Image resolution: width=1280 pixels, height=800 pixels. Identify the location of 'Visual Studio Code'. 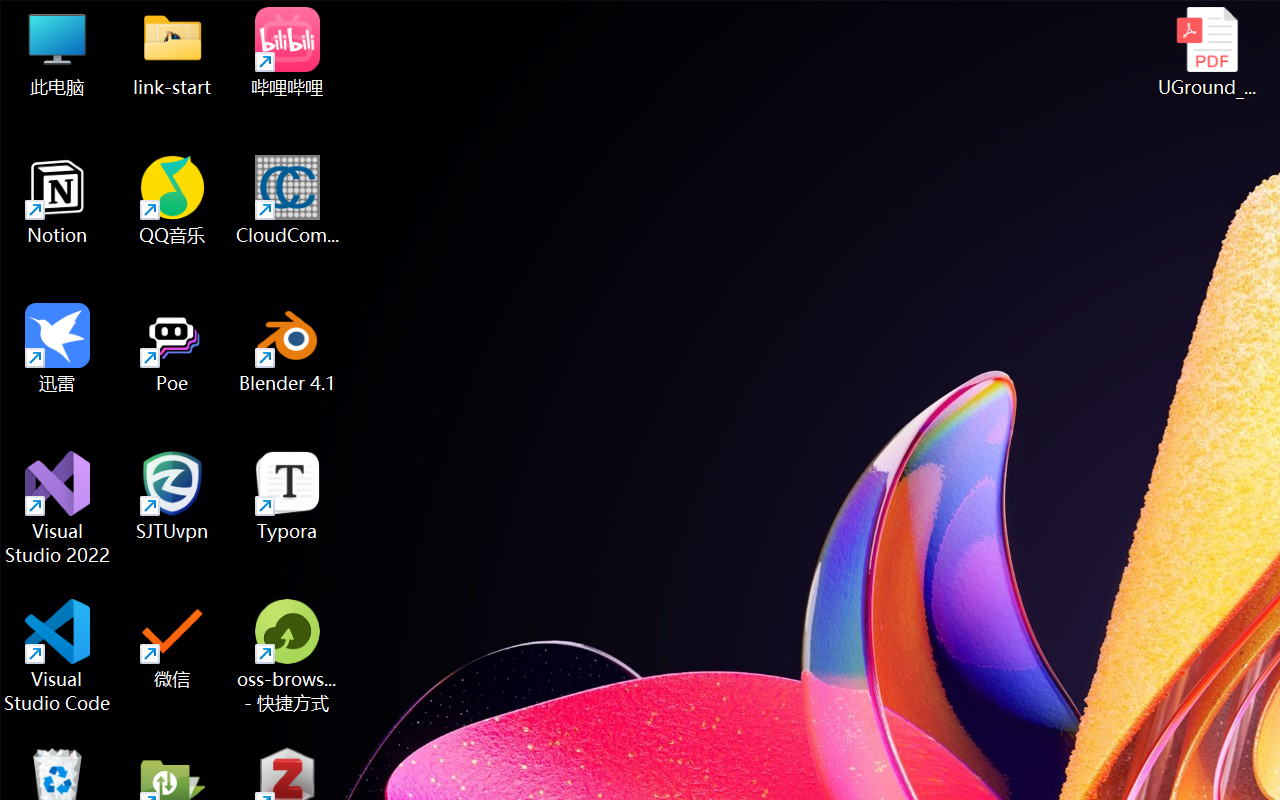
(57, 655).